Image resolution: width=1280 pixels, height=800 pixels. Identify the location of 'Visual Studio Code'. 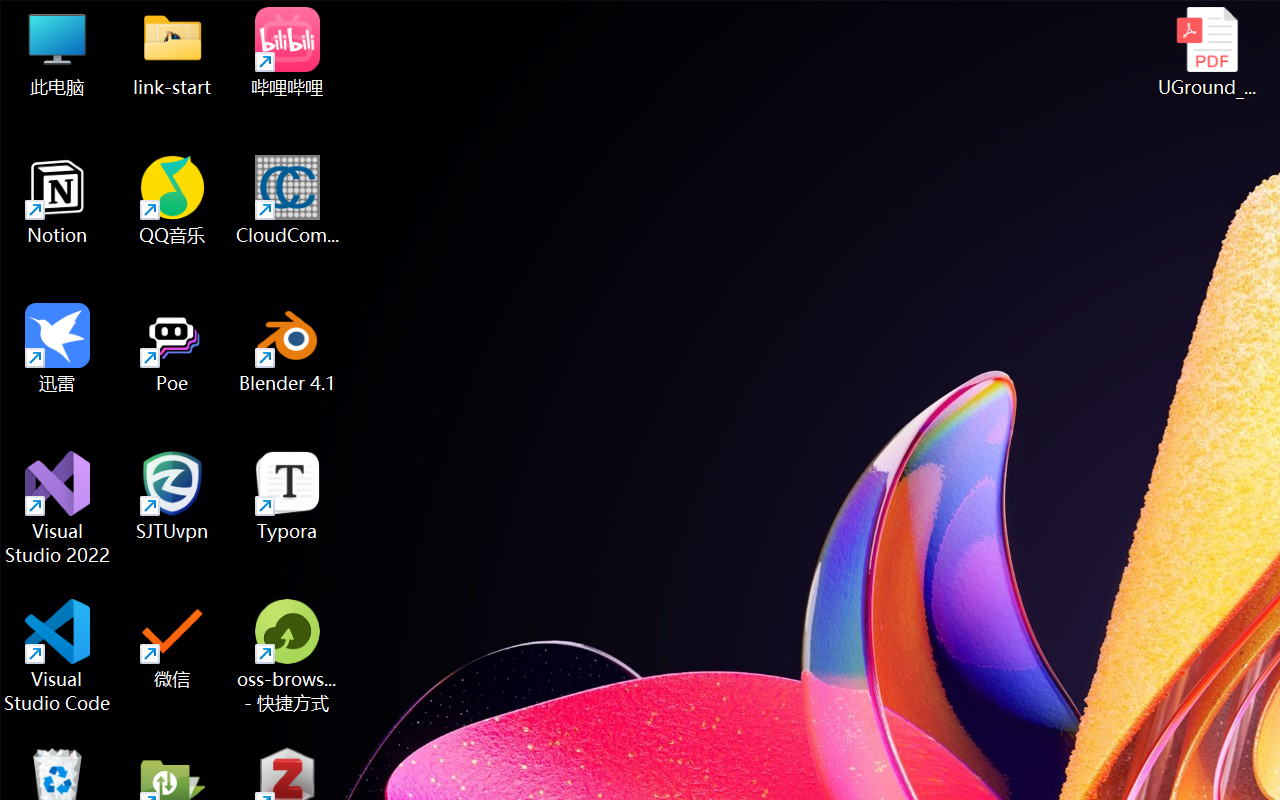
(57, 655).